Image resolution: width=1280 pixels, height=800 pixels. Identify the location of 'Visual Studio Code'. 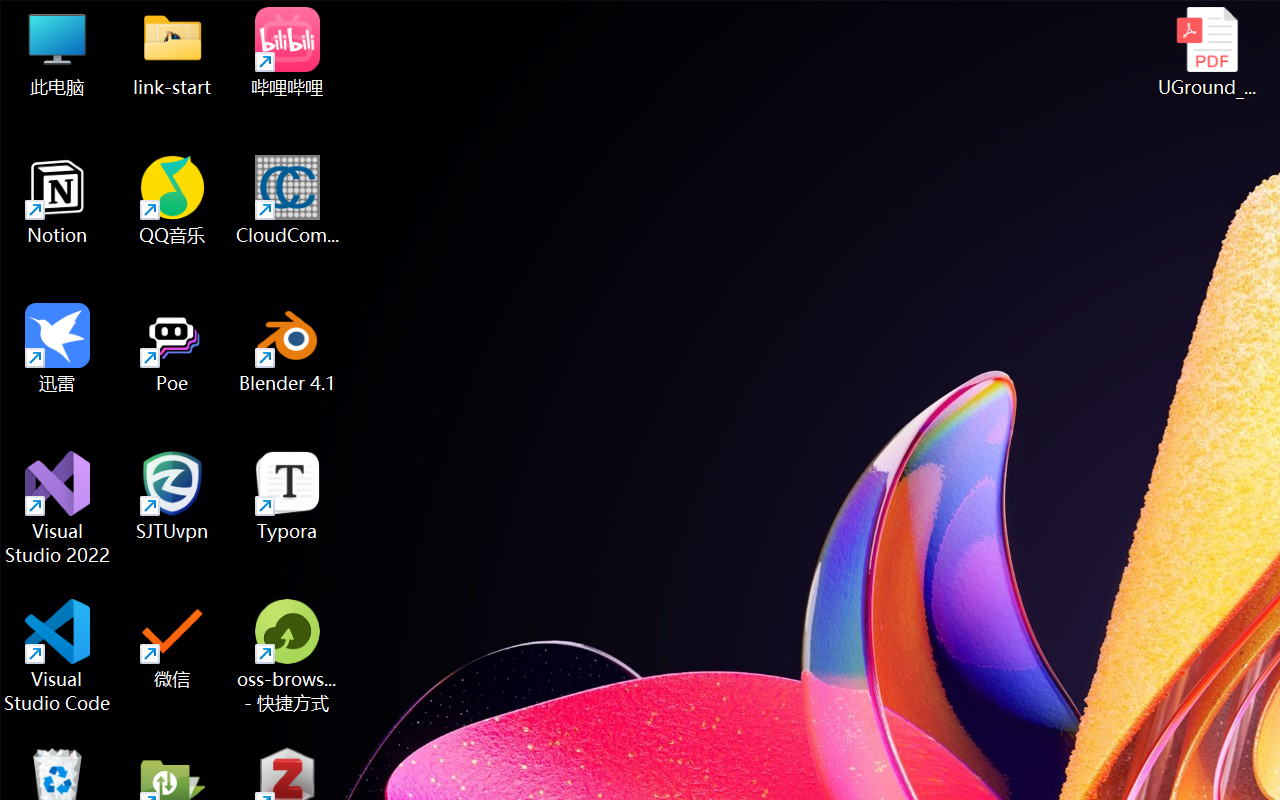
(57, 655).